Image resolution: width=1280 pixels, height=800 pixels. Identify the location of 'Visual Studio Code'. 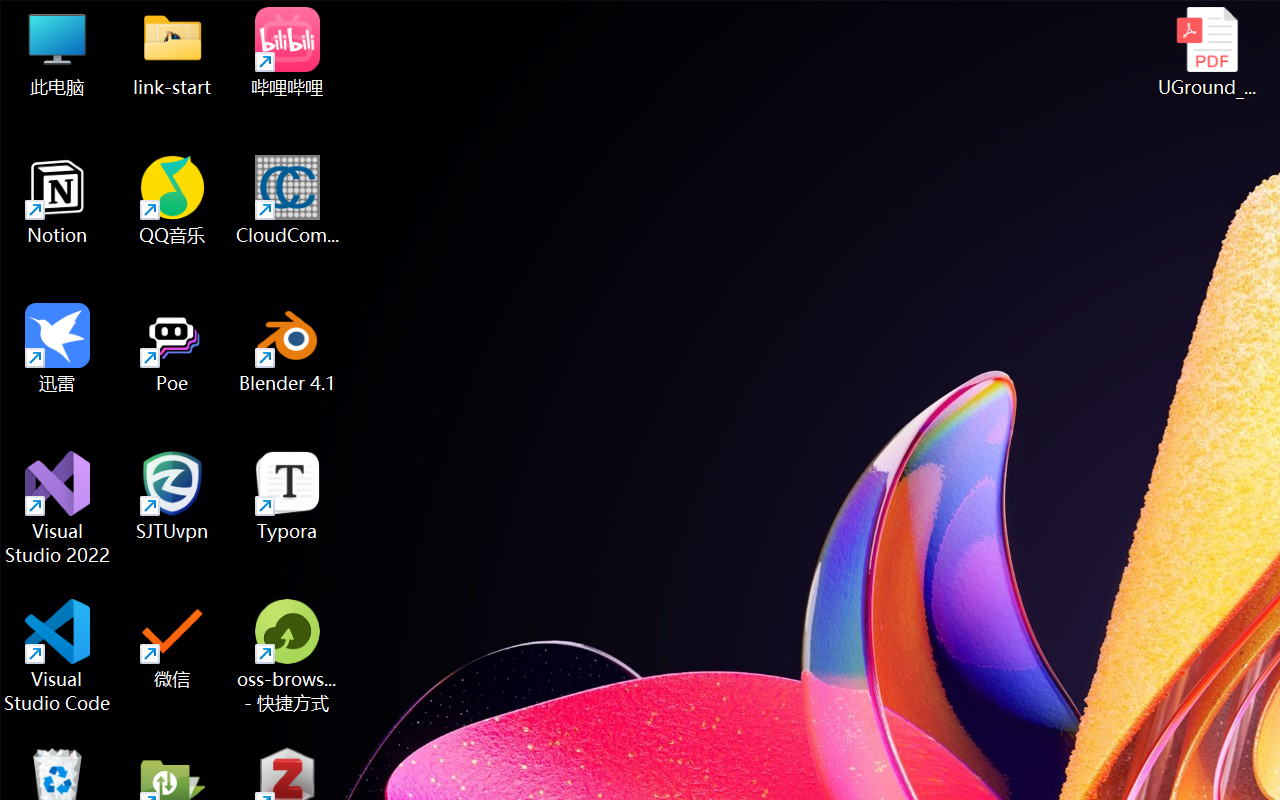
(57, 655).